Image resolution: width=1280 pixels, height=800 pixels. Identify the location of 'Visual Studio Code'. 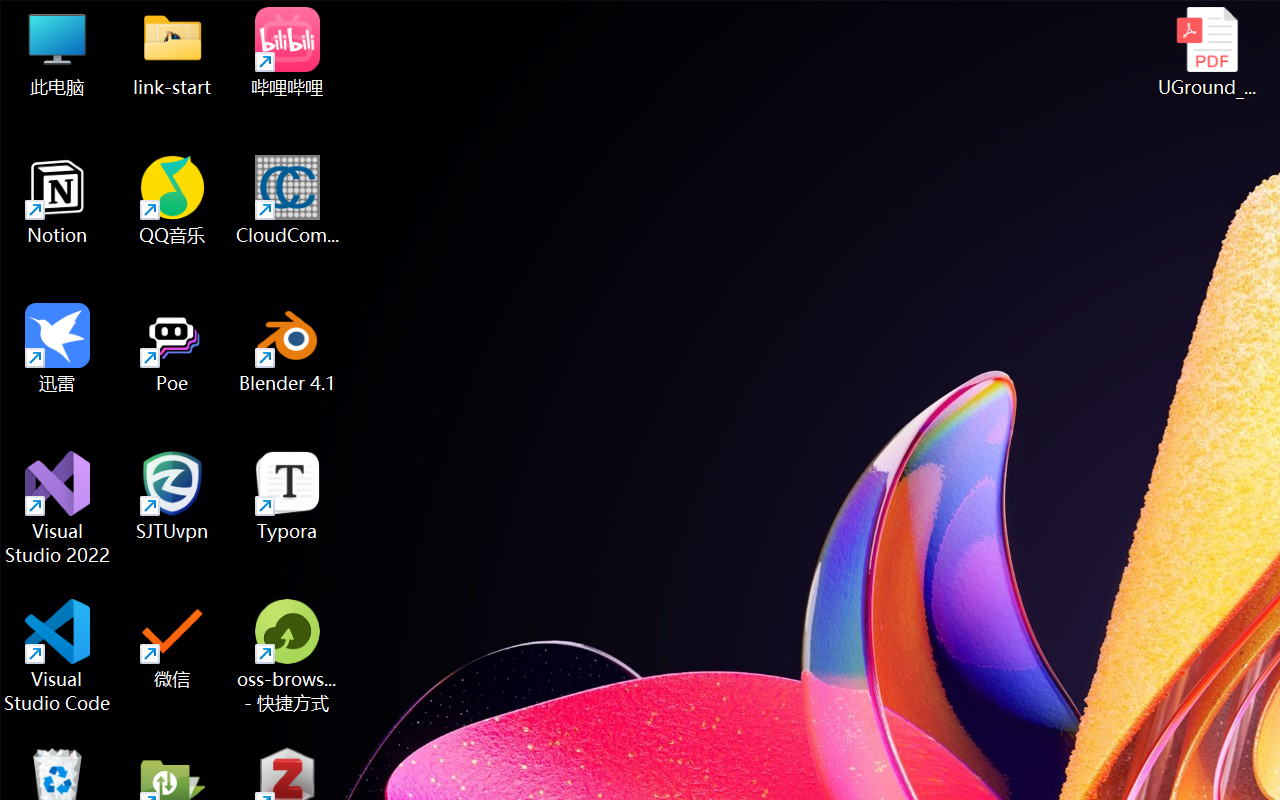
(57, 655).